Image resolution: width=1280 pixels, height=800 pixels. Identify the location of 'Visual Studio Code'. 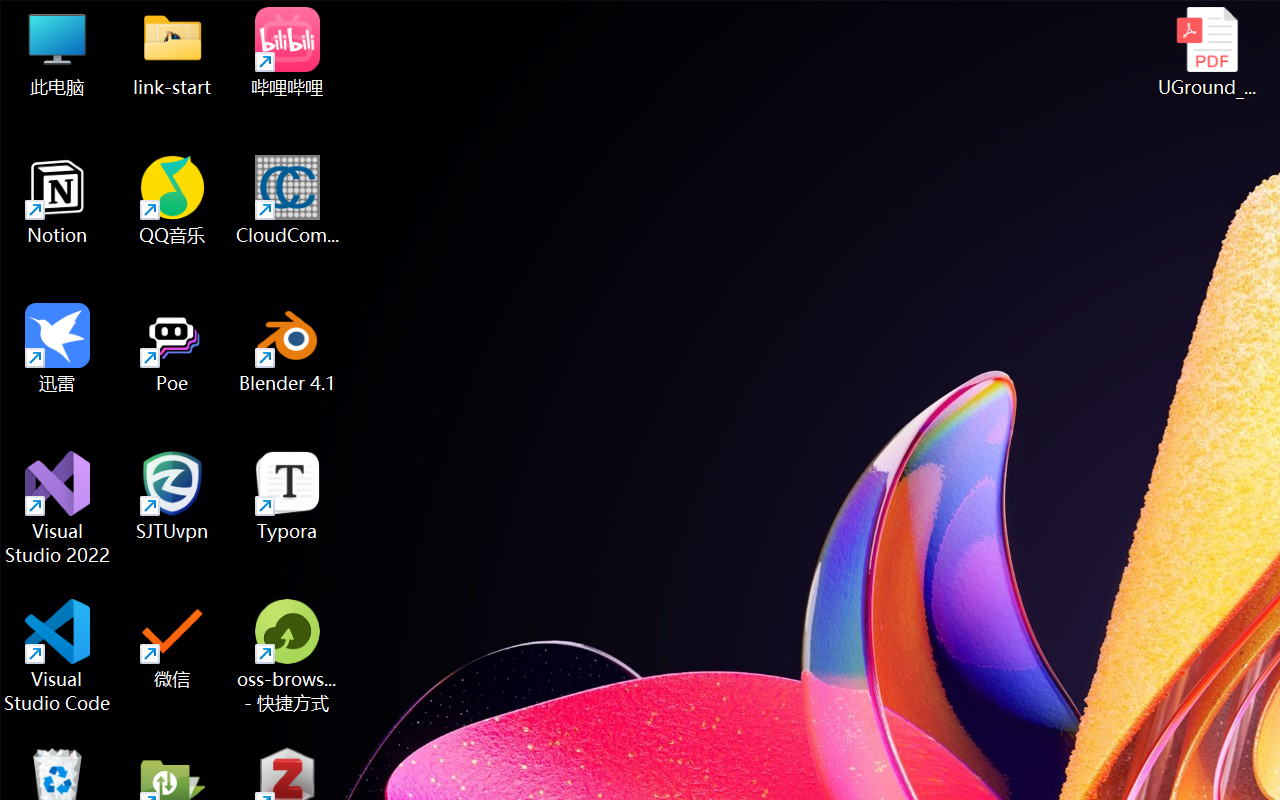
(57, 655).